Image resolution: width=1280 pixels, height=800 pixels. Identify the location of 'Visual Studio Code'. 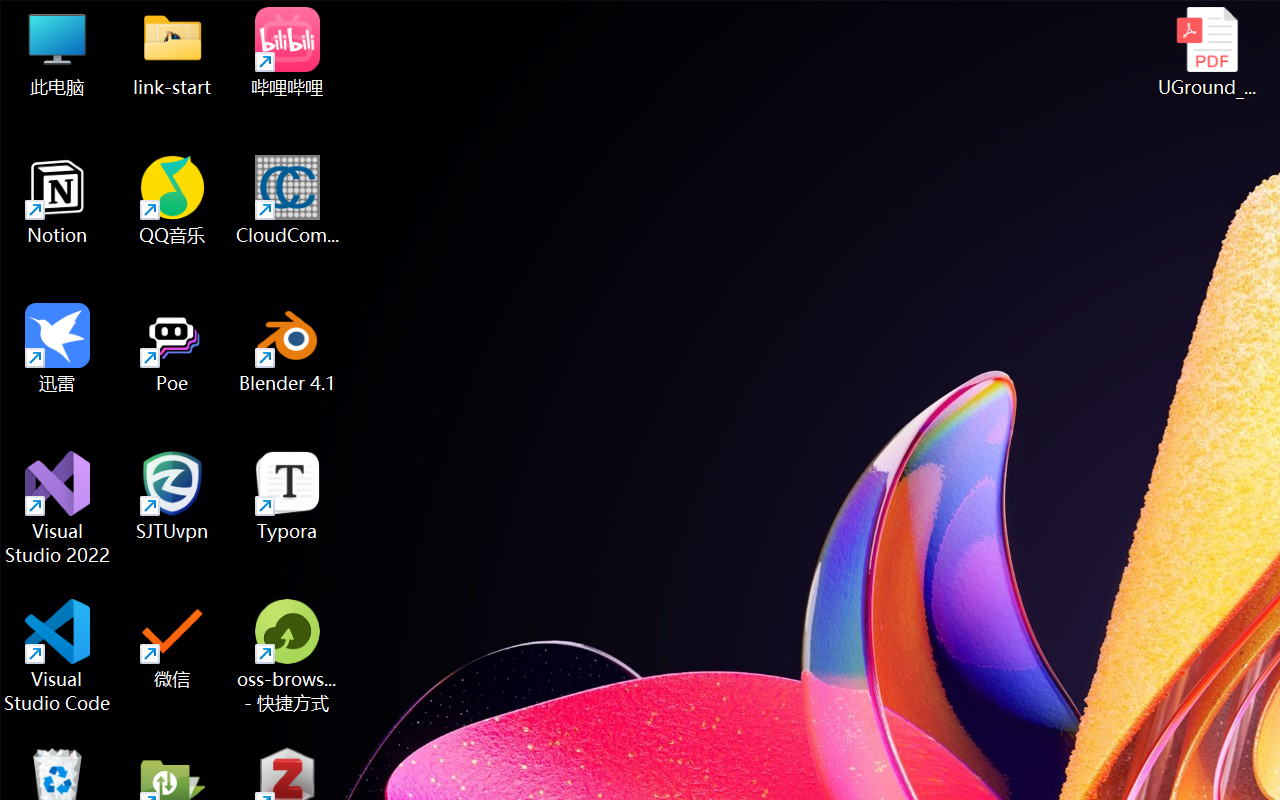
(57, 655).